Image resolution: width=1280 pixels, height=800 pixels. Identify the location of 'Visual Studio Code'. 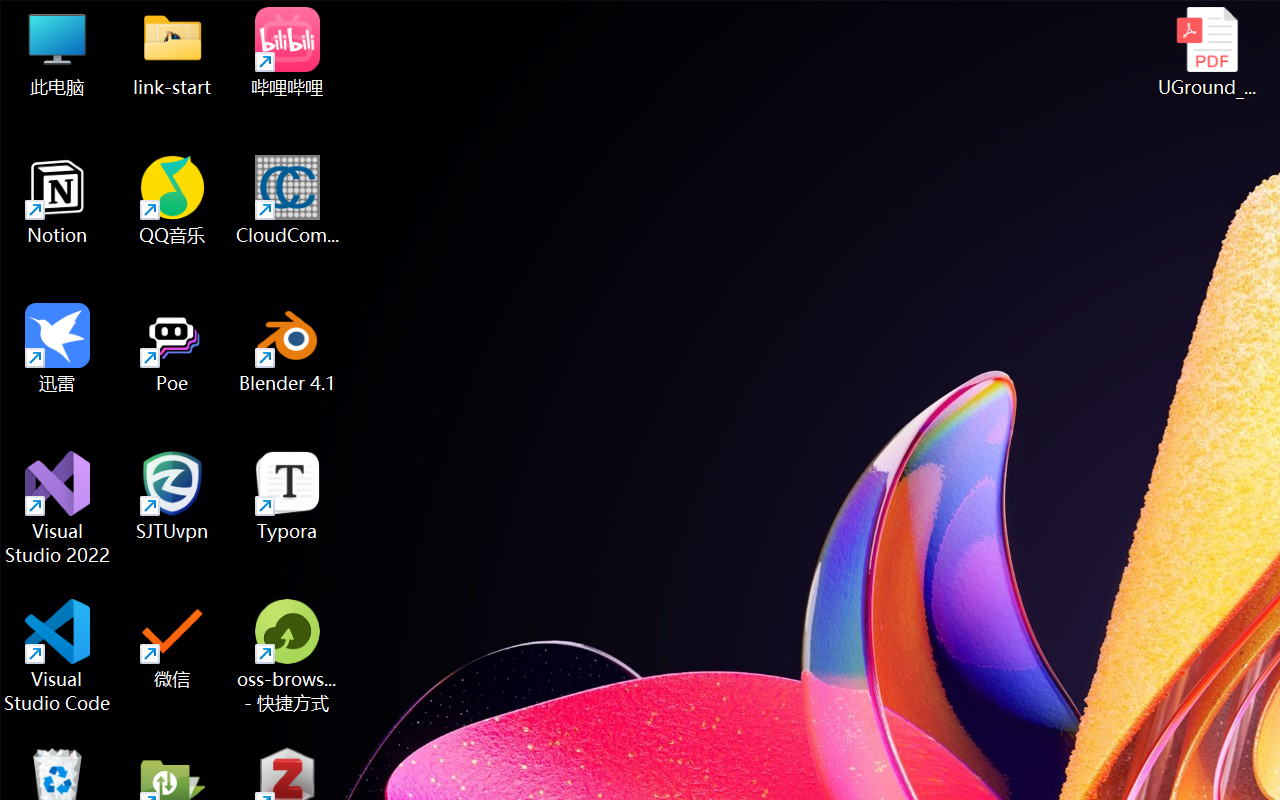
(57, 655).